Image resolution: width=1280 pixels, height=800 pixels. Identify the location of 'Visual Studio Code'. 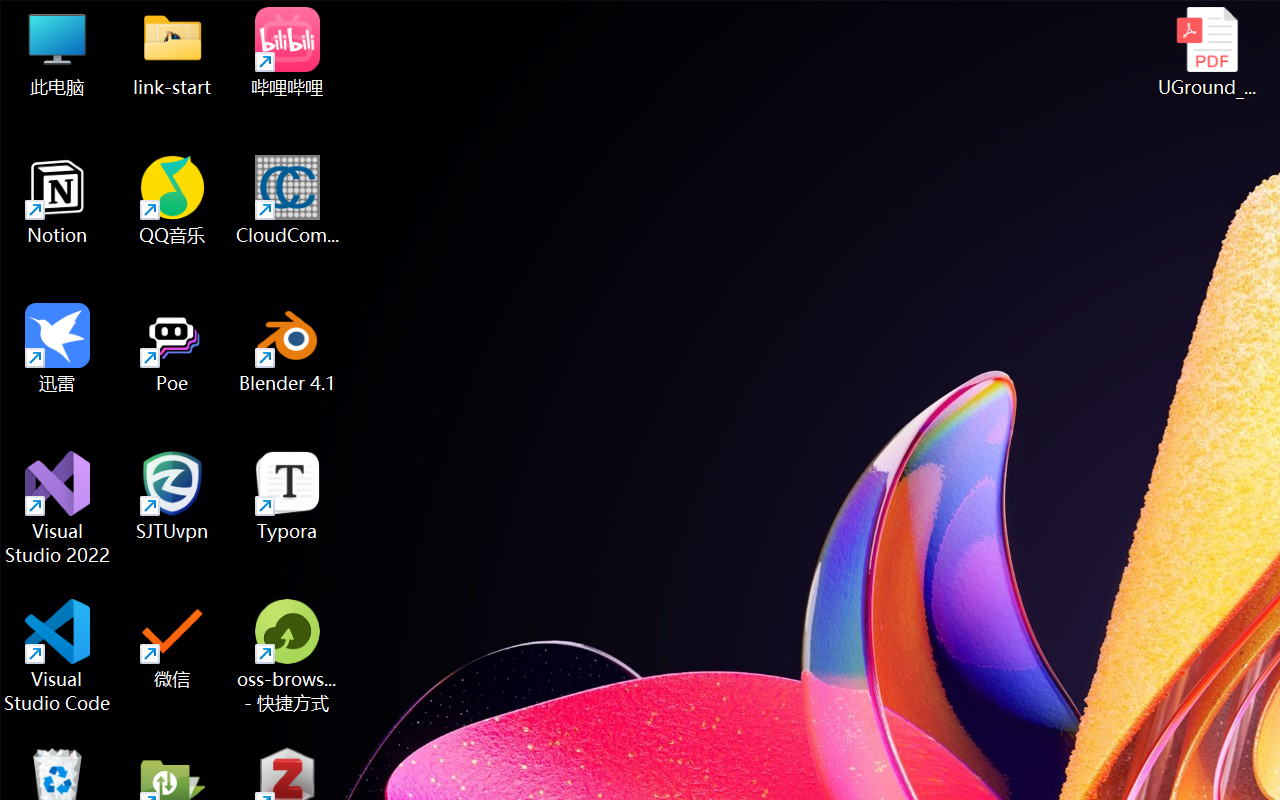
(57, 655).